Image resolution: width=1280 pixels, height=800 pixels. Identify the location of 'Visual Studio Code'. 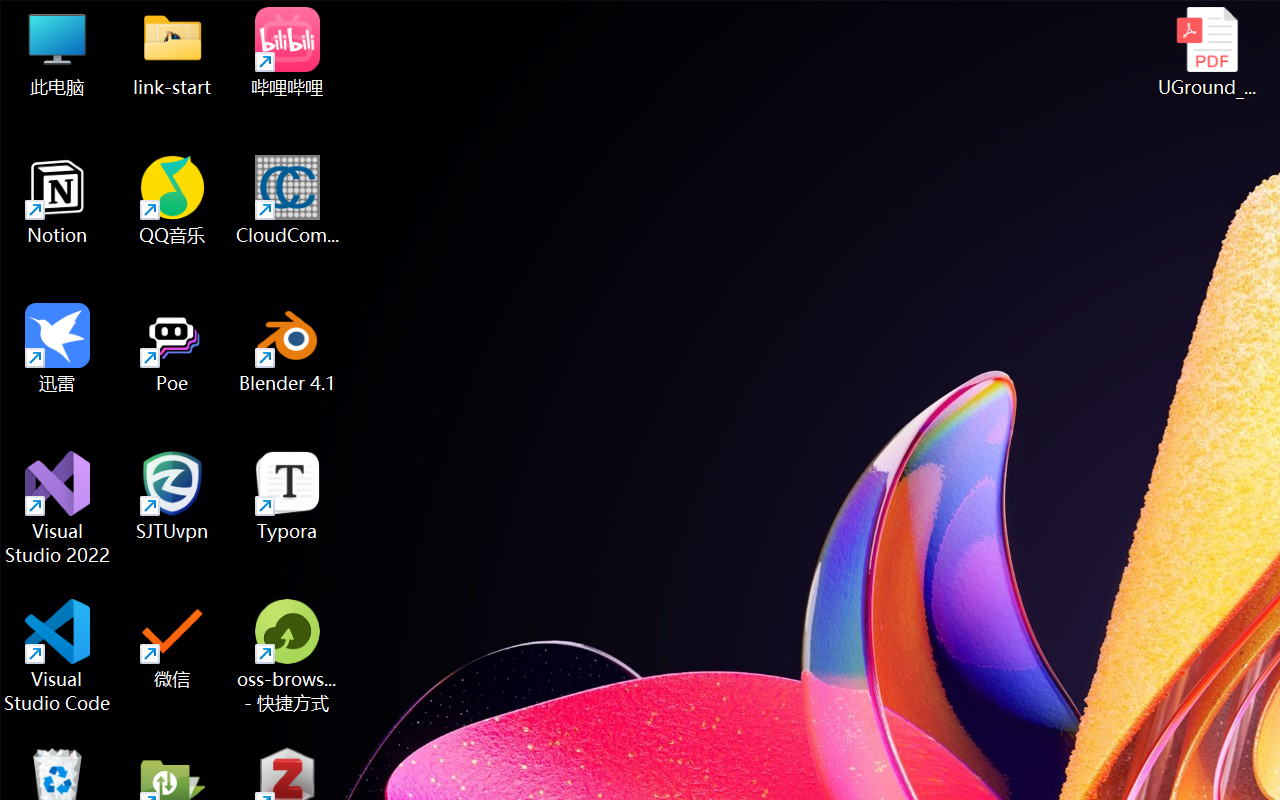
(57, 655).